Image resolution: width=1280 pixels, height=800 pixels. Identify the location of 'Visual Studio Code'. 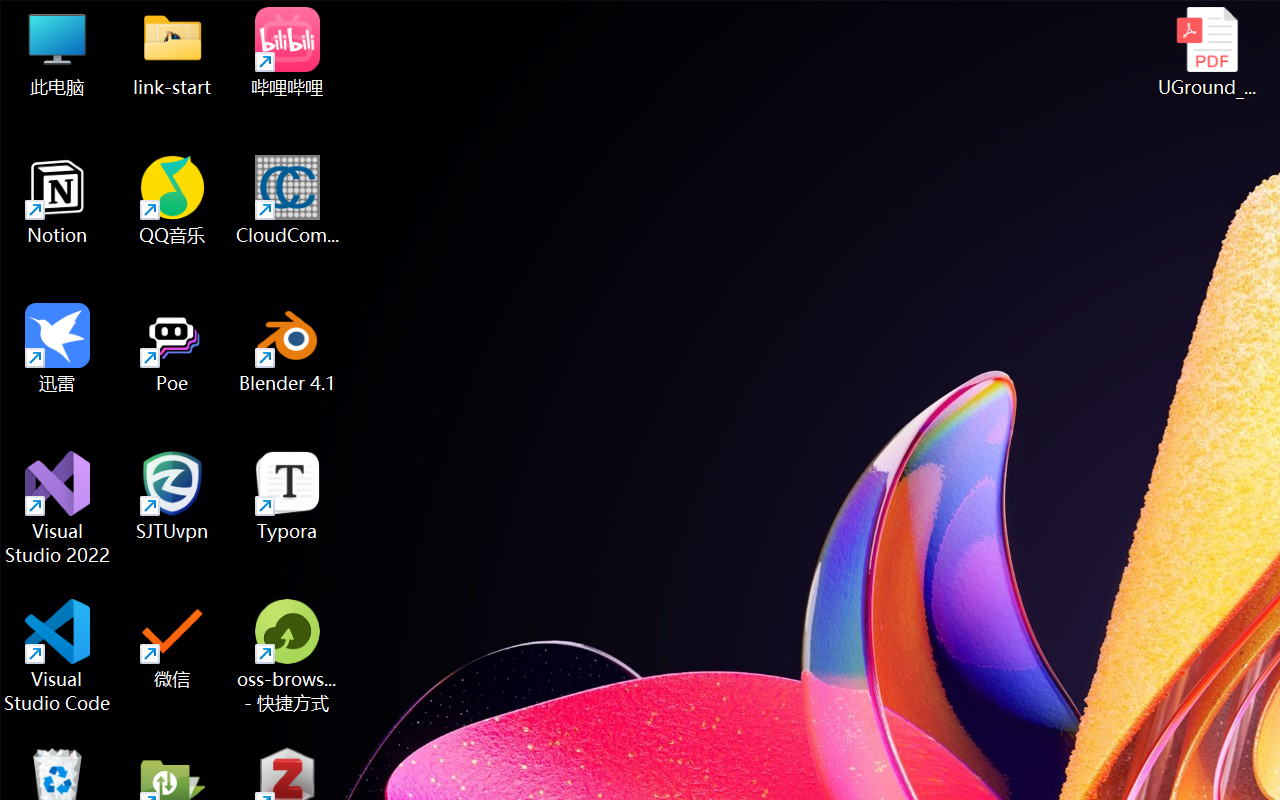
(57, 655).